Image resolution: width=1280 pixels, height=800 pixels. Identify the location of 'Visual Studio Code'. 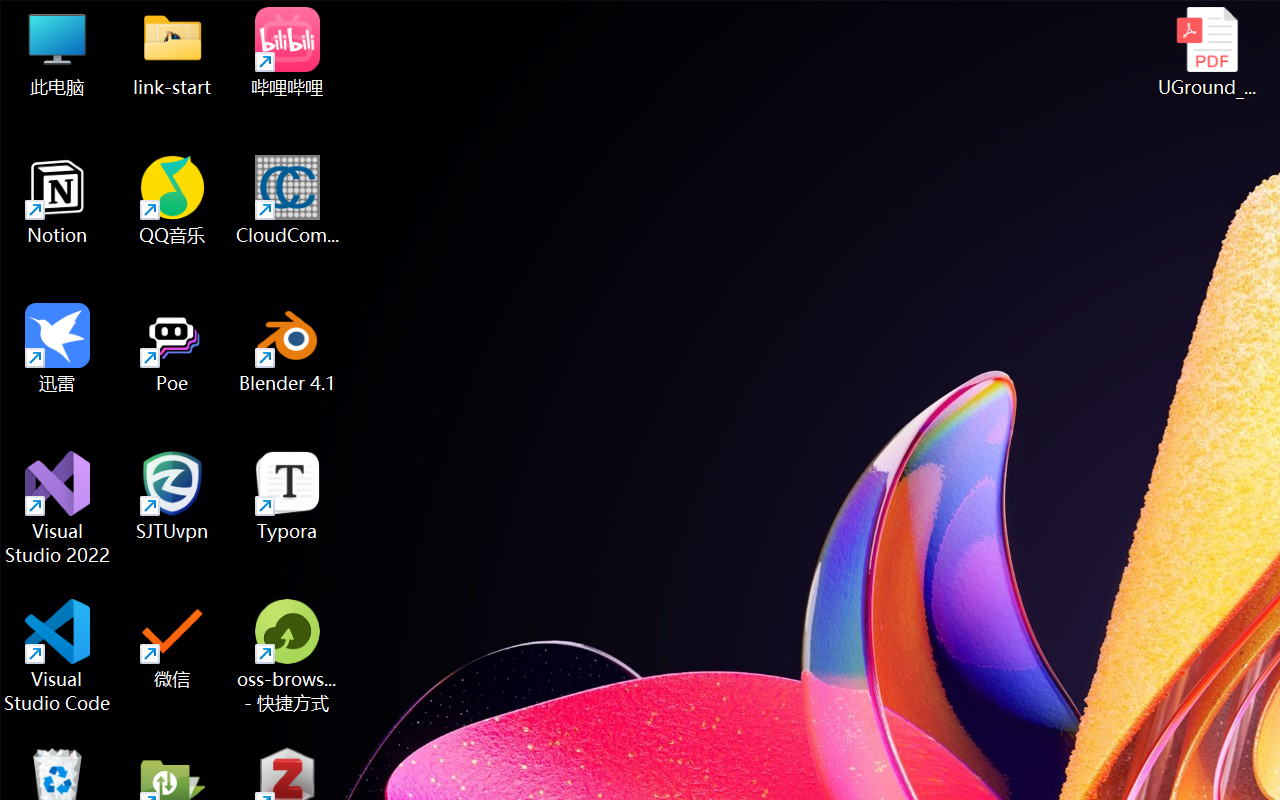
(57, 655).